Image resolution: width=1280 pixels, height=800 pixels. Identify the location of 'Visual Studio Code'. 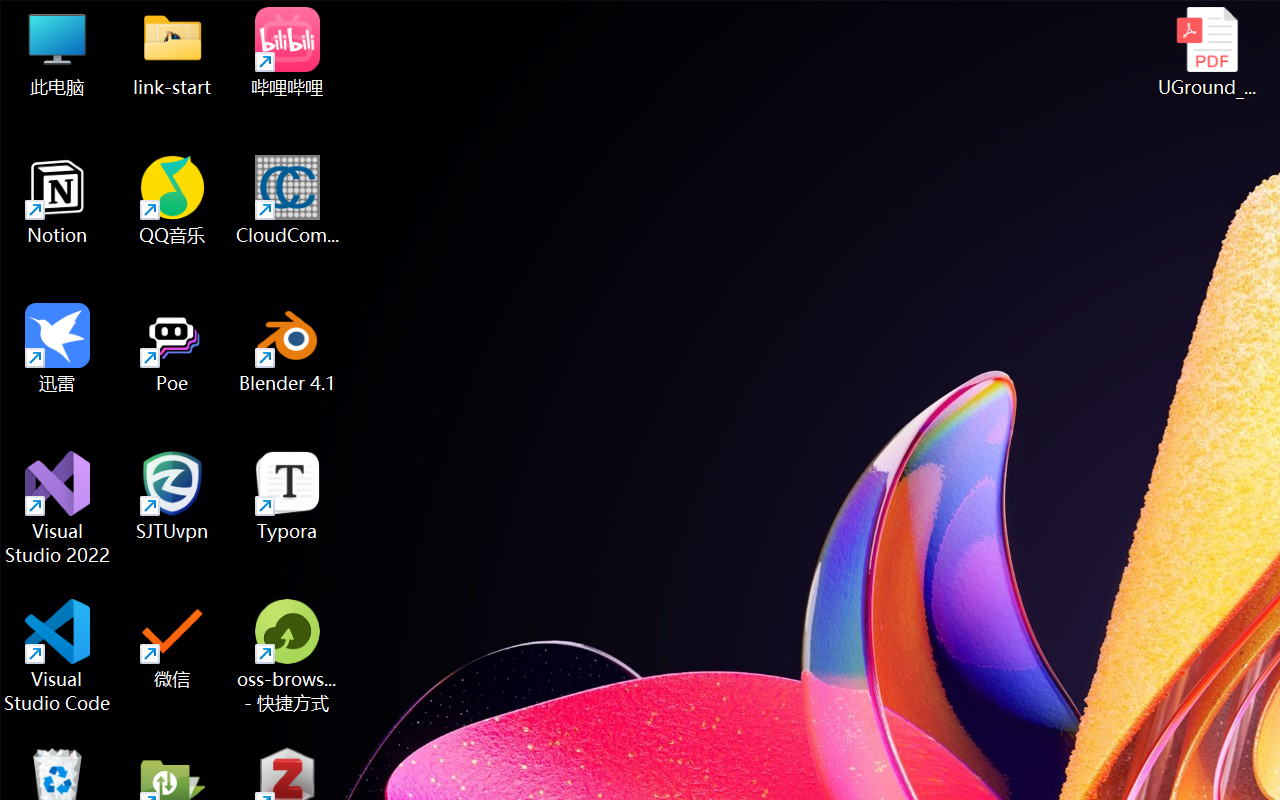
(57, 655).